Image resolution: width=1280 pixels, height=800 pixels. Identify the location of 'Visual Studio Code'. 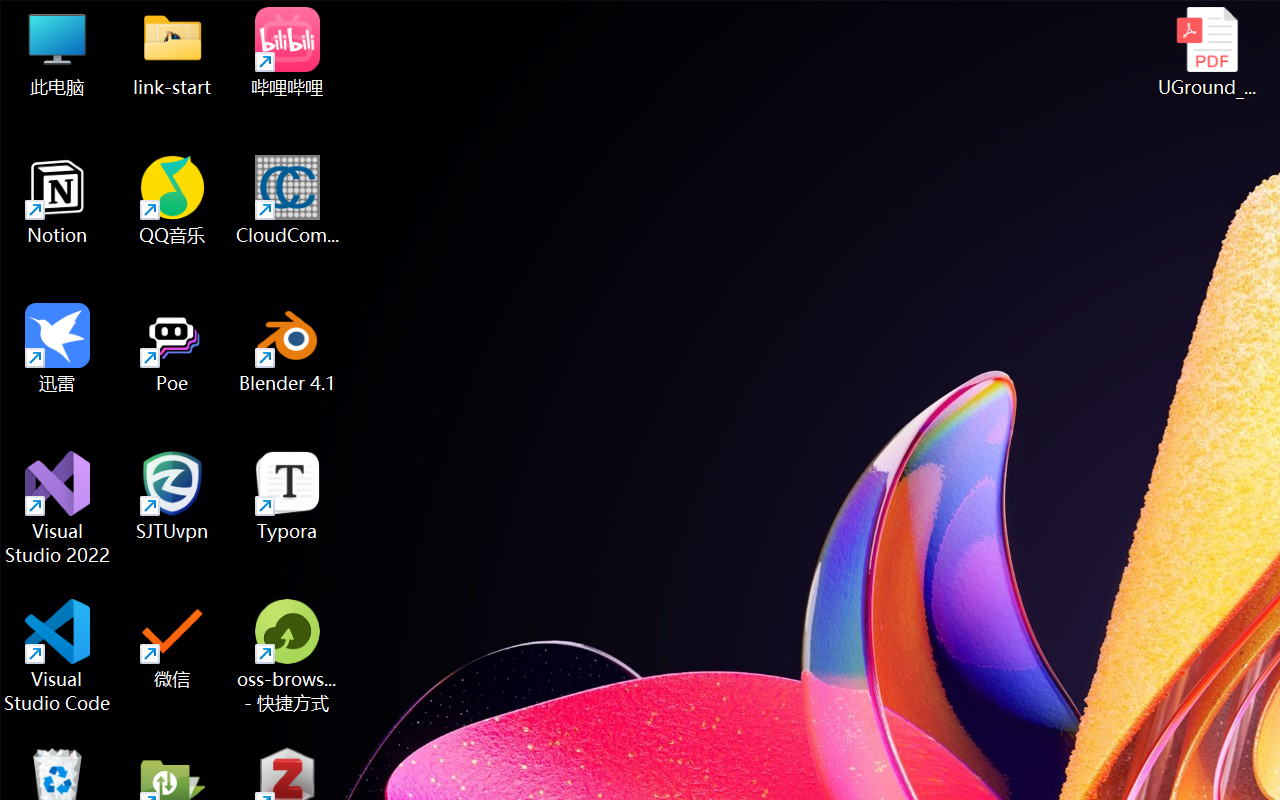
(57, 655).